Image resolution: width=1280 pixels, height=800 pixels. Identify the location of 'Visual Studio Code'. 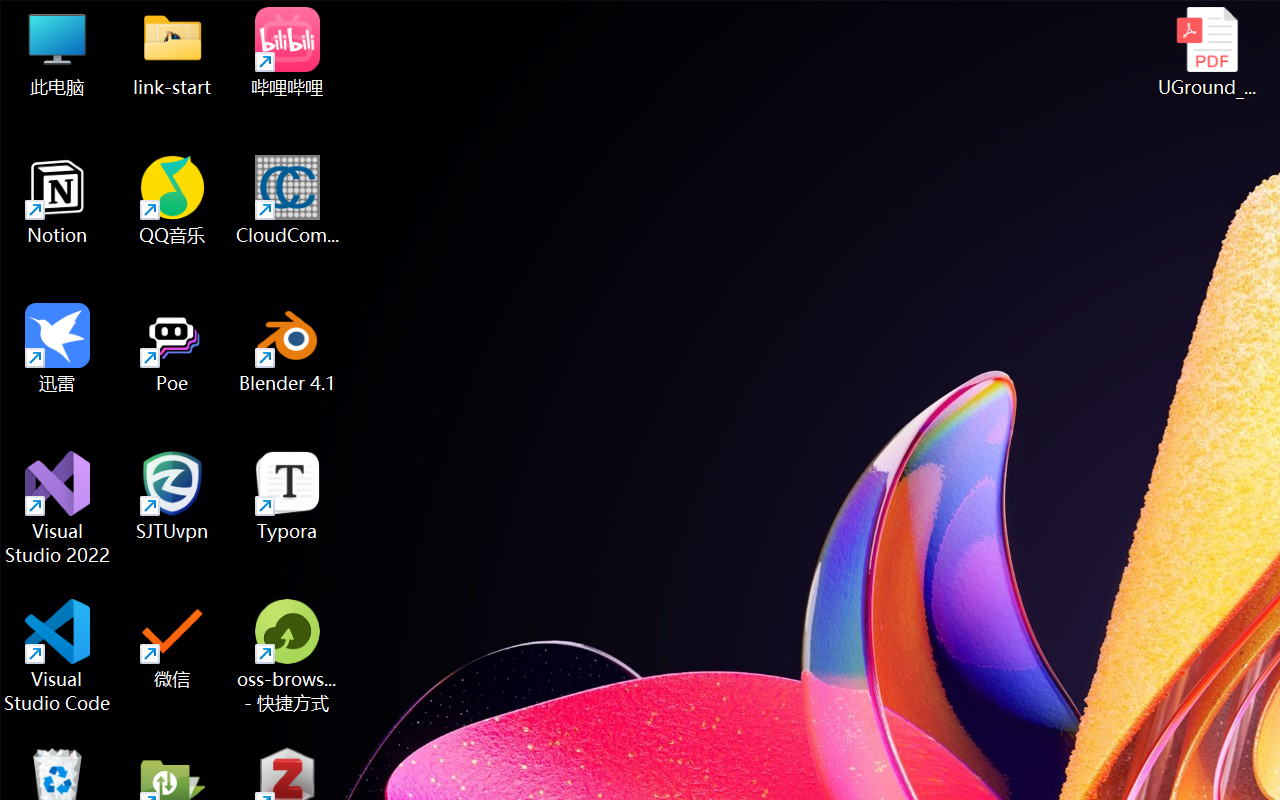
(57, 655).